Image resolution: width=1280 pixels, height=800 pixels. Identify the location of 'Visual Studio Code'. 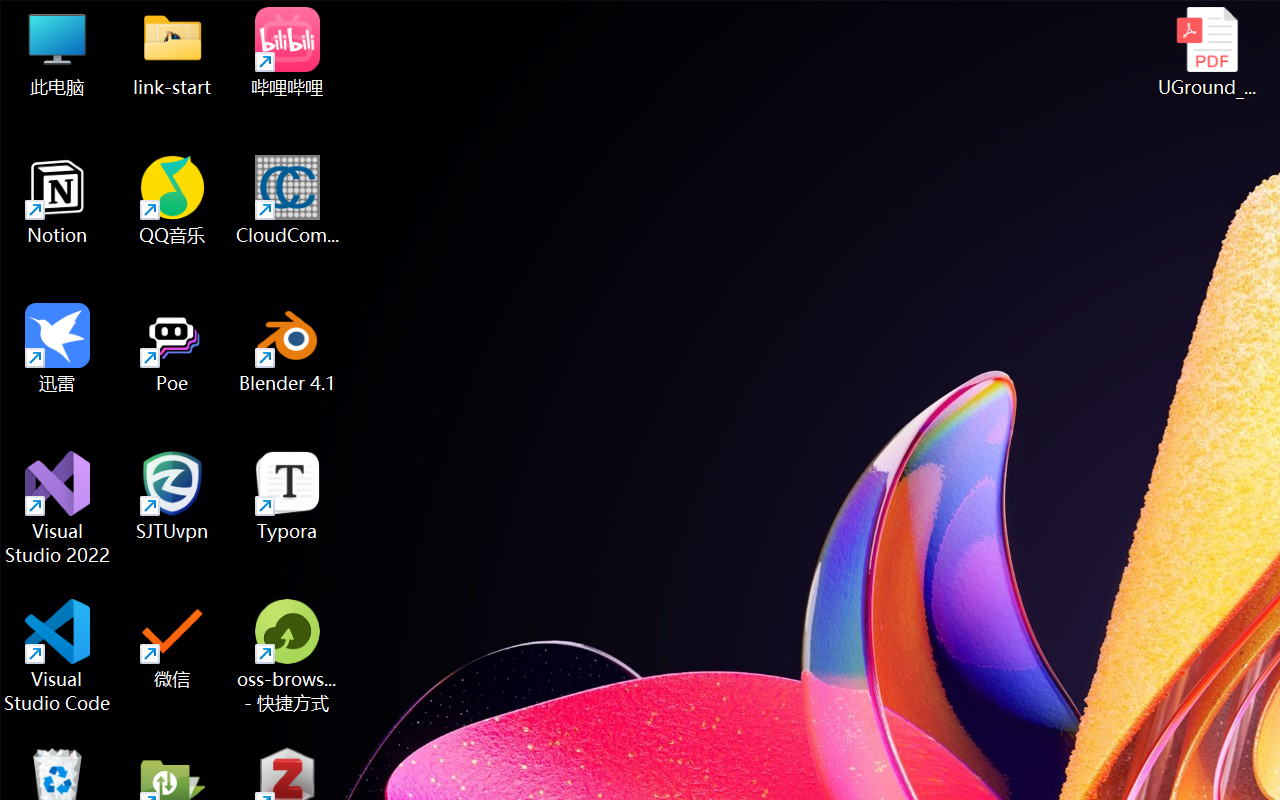
(57, 655).